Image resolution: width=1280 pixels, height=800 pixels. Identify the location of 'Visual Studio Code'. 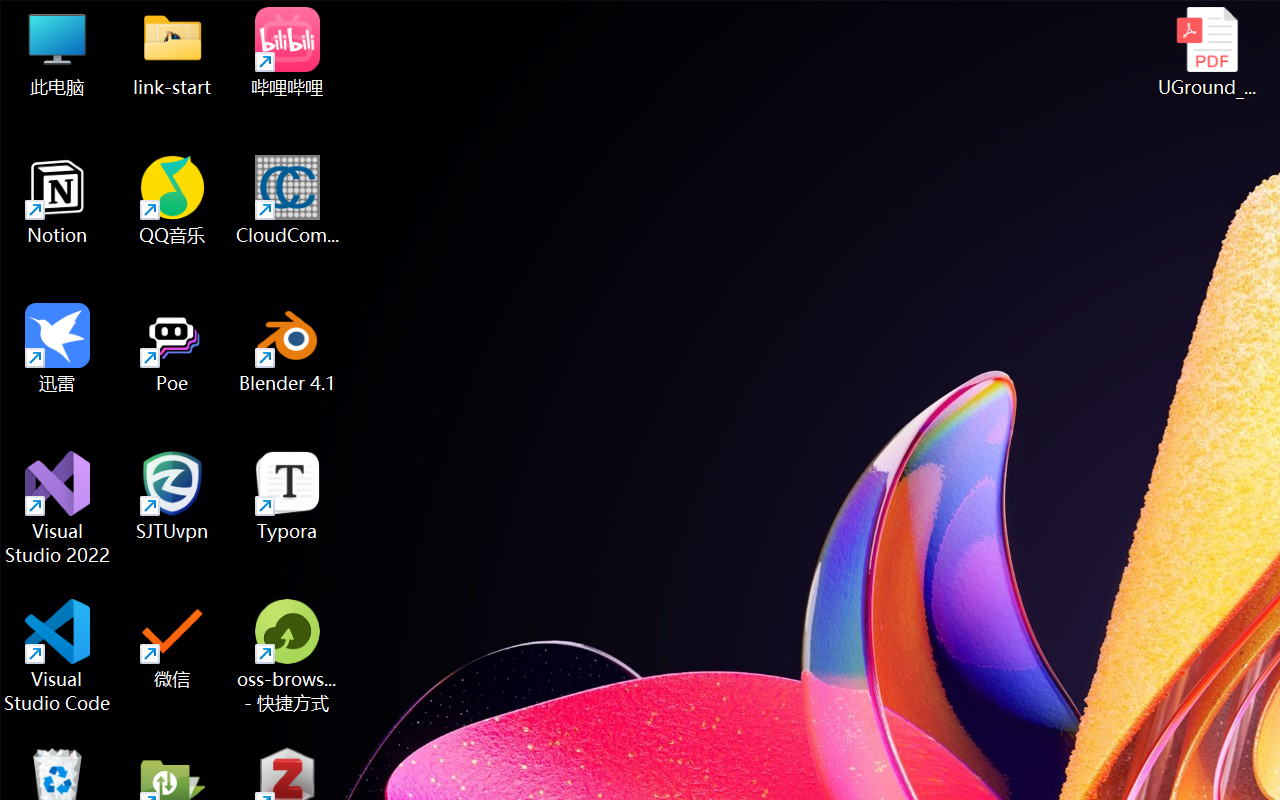
(57, 655).